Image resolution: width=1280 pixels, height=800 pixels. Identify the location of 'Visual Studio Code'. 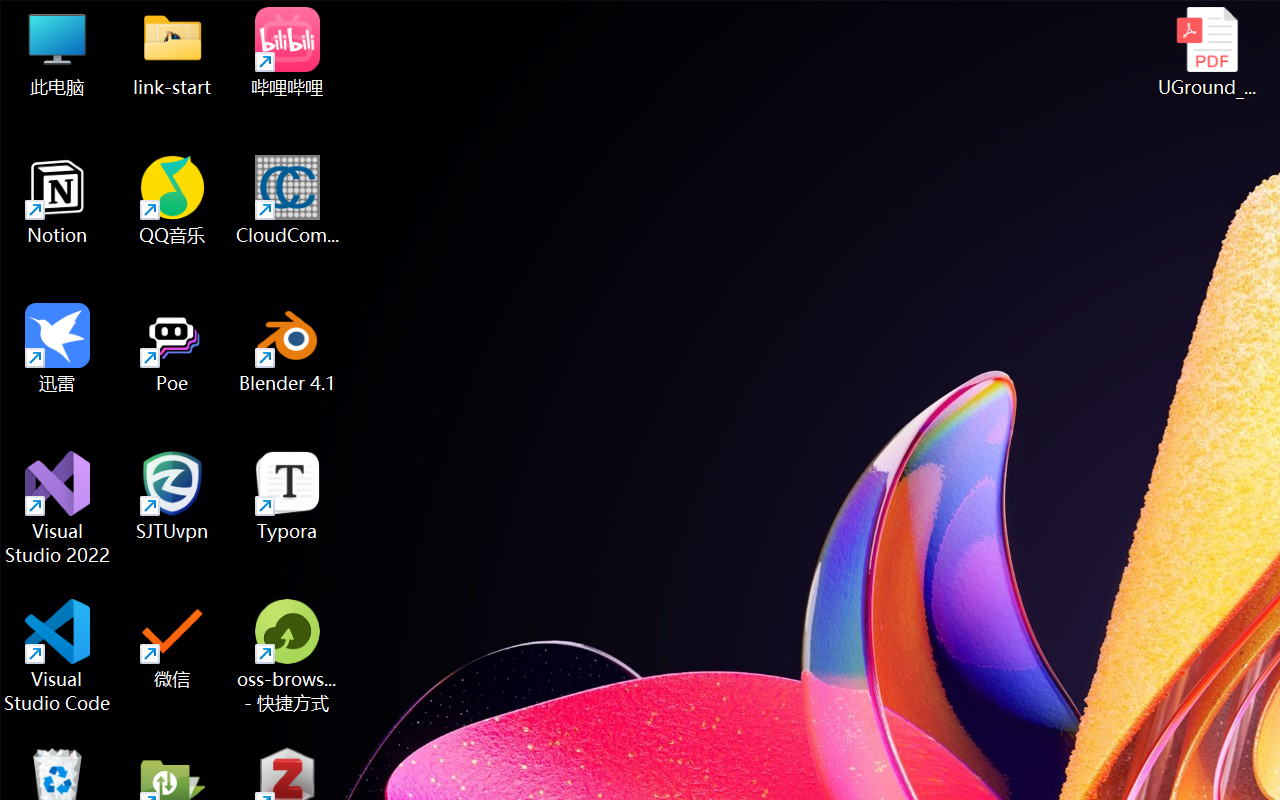
(57, 655).